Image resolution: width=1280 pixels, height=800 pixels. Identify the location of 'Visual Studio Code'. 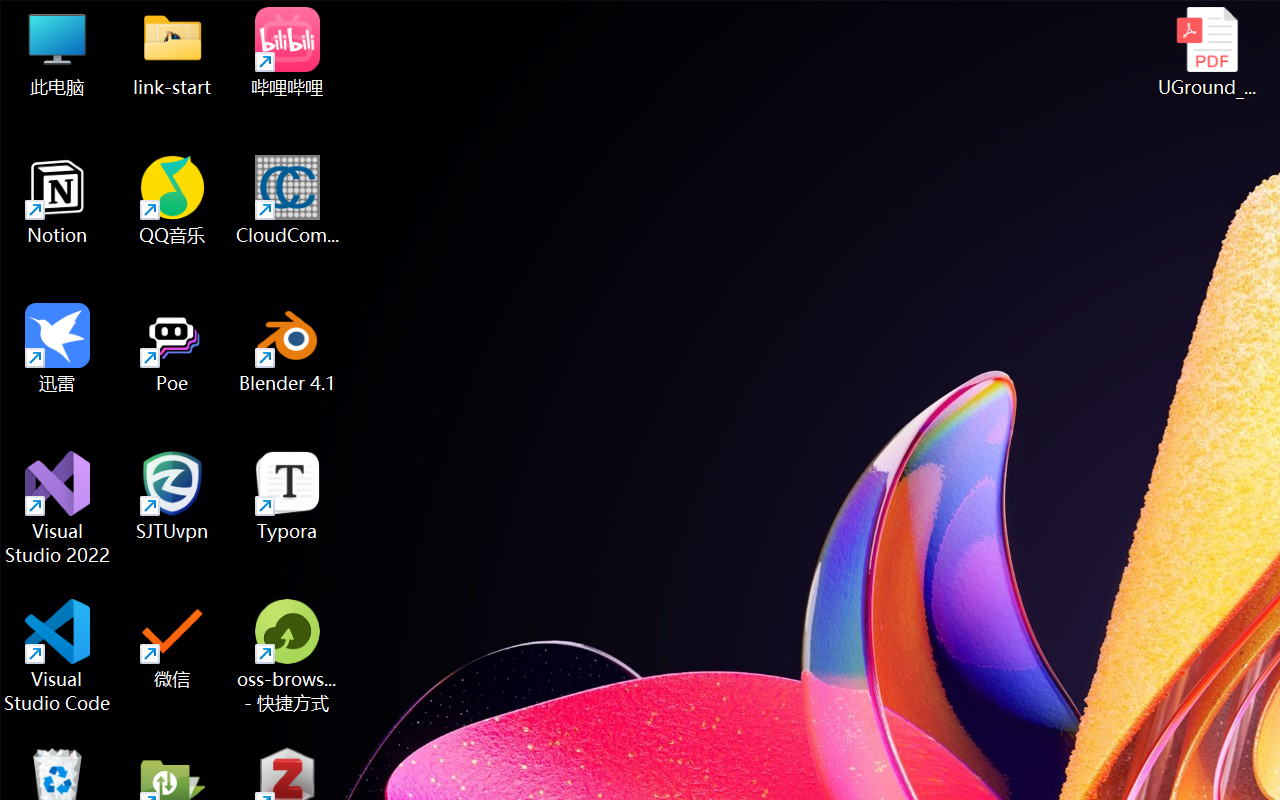
(57, 655).